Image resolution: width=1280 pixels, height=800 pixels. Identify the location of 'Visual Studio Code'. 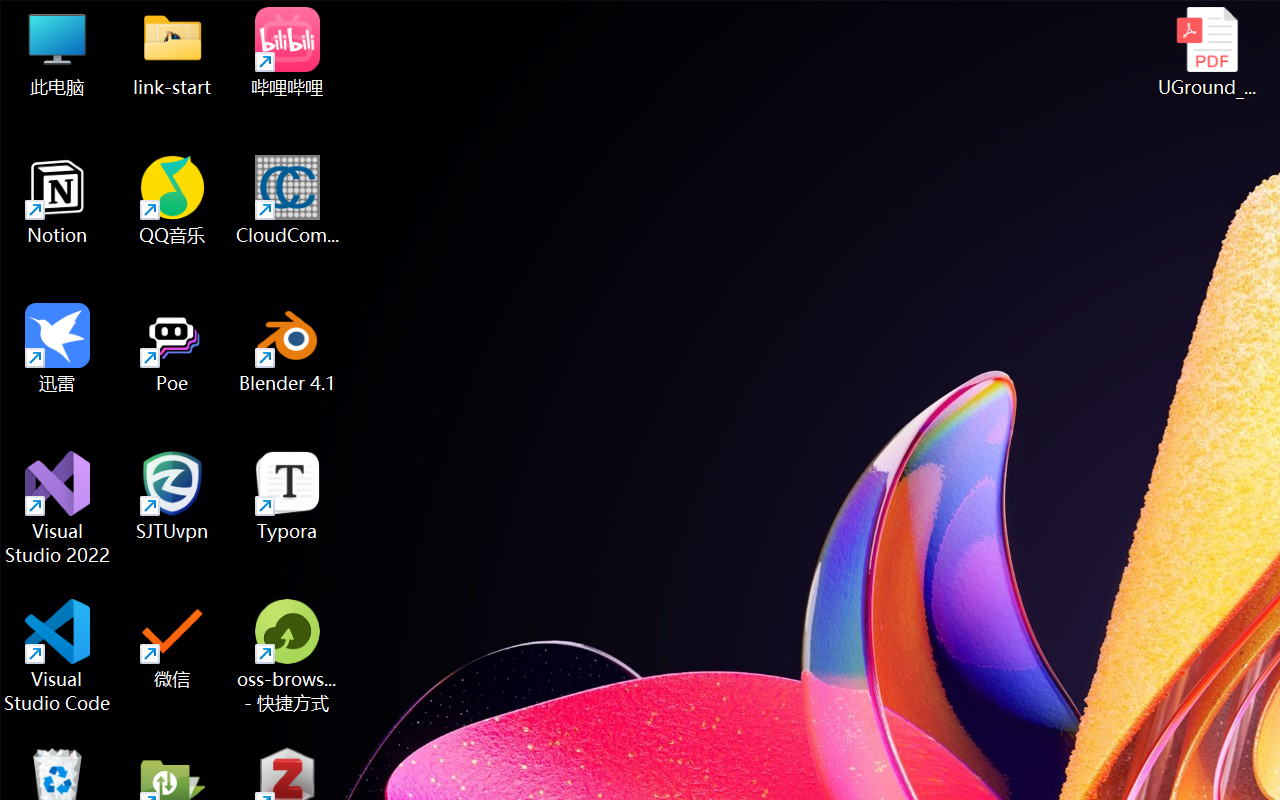
(57, 655).